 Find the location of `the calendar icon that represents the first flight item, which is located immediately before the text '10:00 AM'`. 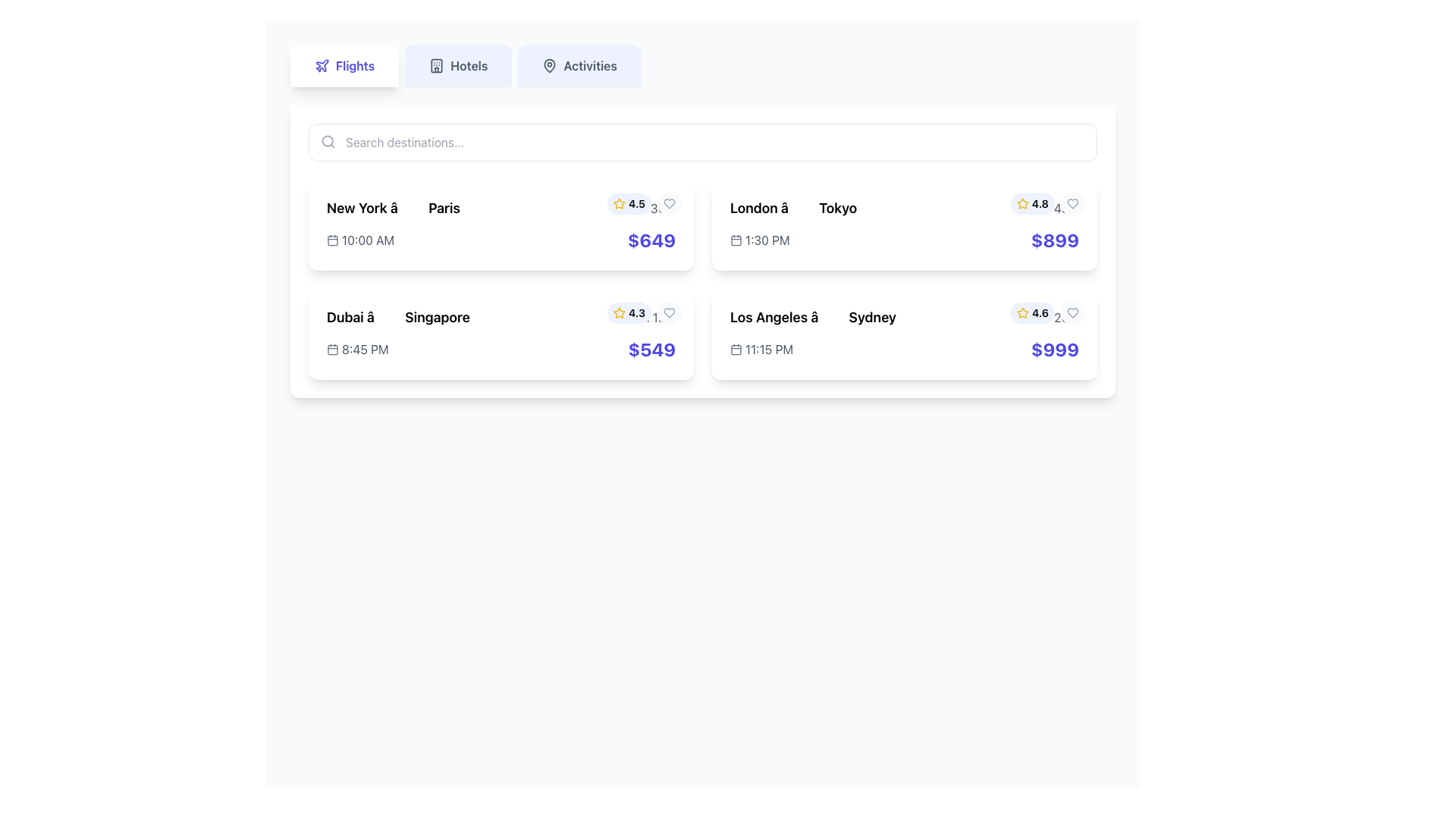

the calendar icon that represents the first flight item, which is located immediately before the text '10:00 AM' is located at coordinates (331, 239).